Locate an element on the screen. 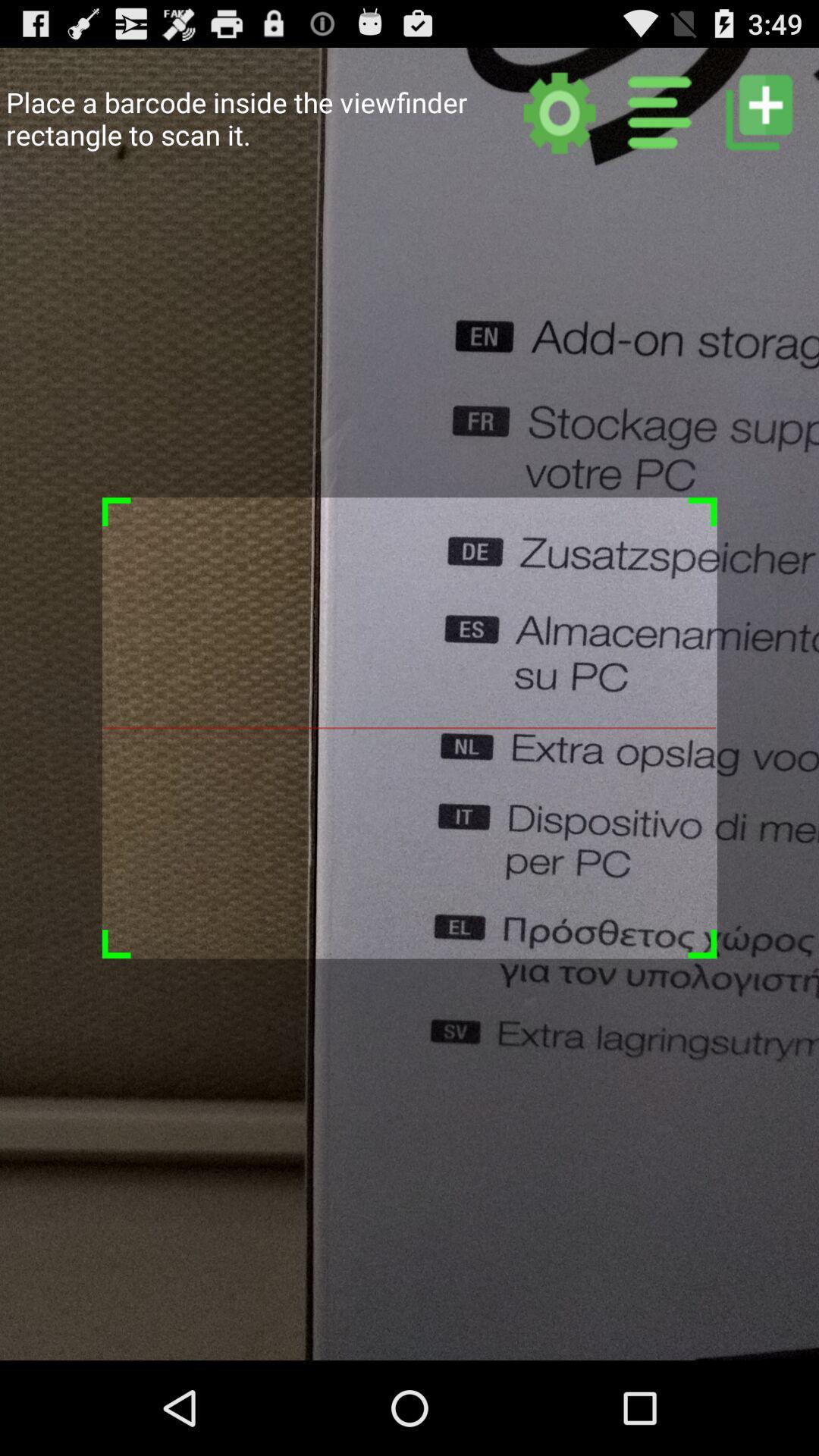 Image resolution: width=819 pixels, height=1456 pixels. image is located at coordinates (759, 111).